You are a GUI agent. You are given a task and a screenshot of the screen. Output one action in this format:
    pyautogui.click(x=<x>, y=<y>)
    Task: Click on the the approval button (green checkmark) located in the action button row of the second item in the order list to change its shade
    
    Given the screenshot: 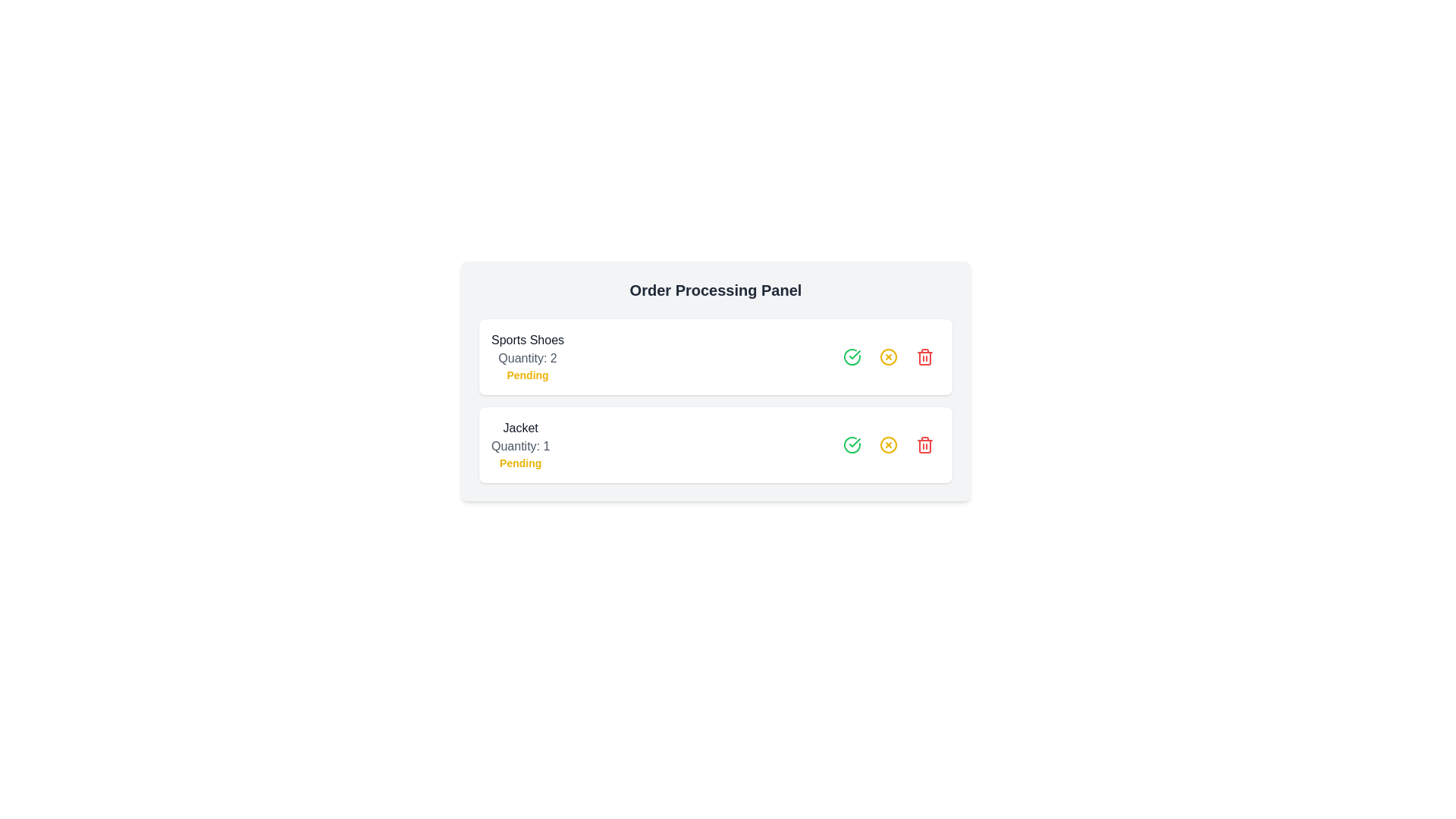 What is the action you would take?
    pyautogui.click(x=852, y=444)
    